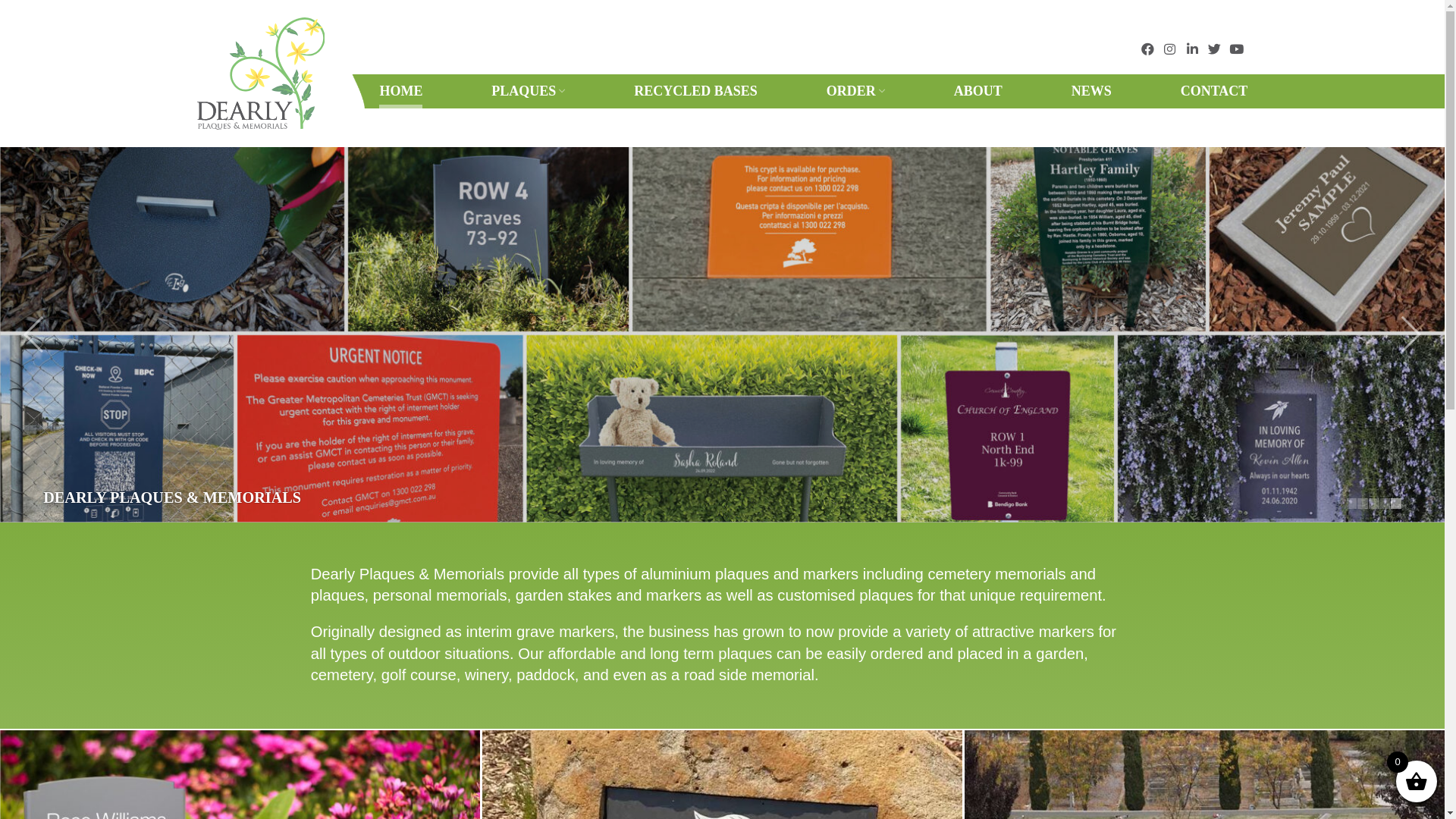 This screenshot has height=819, width=1456. I want to click on 'ORDER', so click(855, 91).